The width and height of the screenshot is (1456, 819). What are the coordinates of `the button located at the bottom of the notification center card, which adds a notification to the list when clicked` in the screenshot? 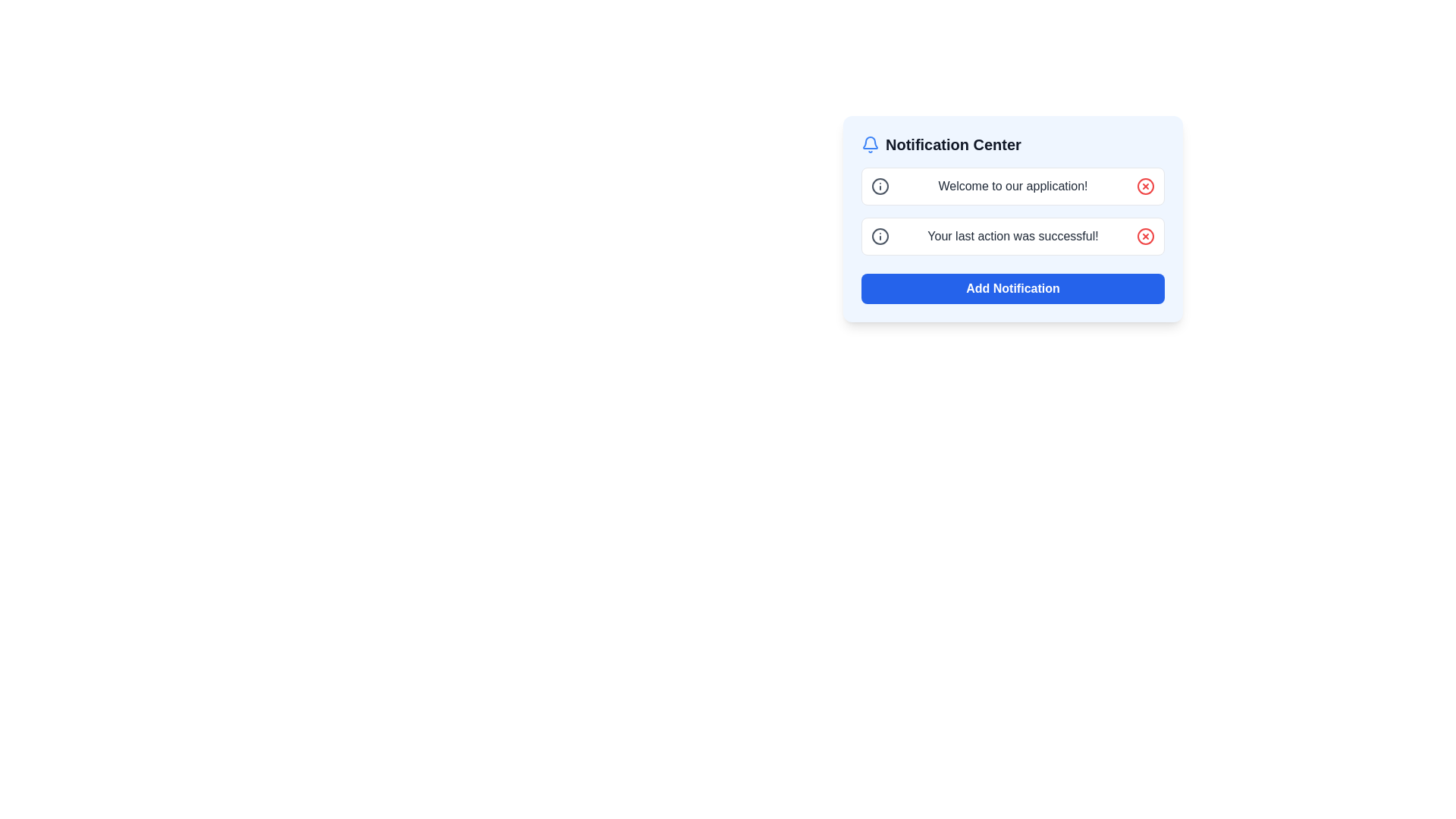 It's located at (1012, 289).